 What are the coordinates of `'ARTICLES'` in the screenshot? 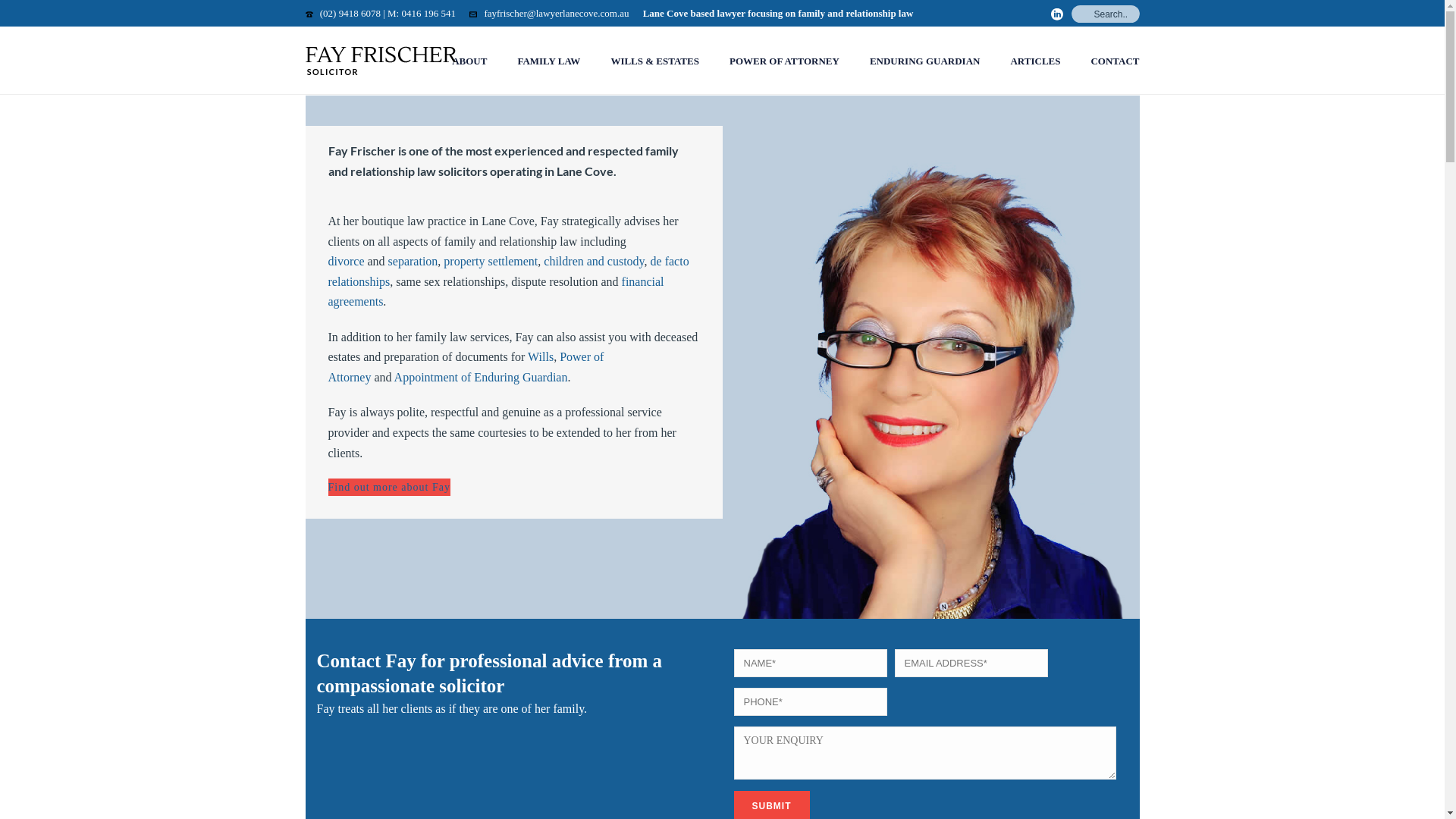 It's located at (1034, 61).